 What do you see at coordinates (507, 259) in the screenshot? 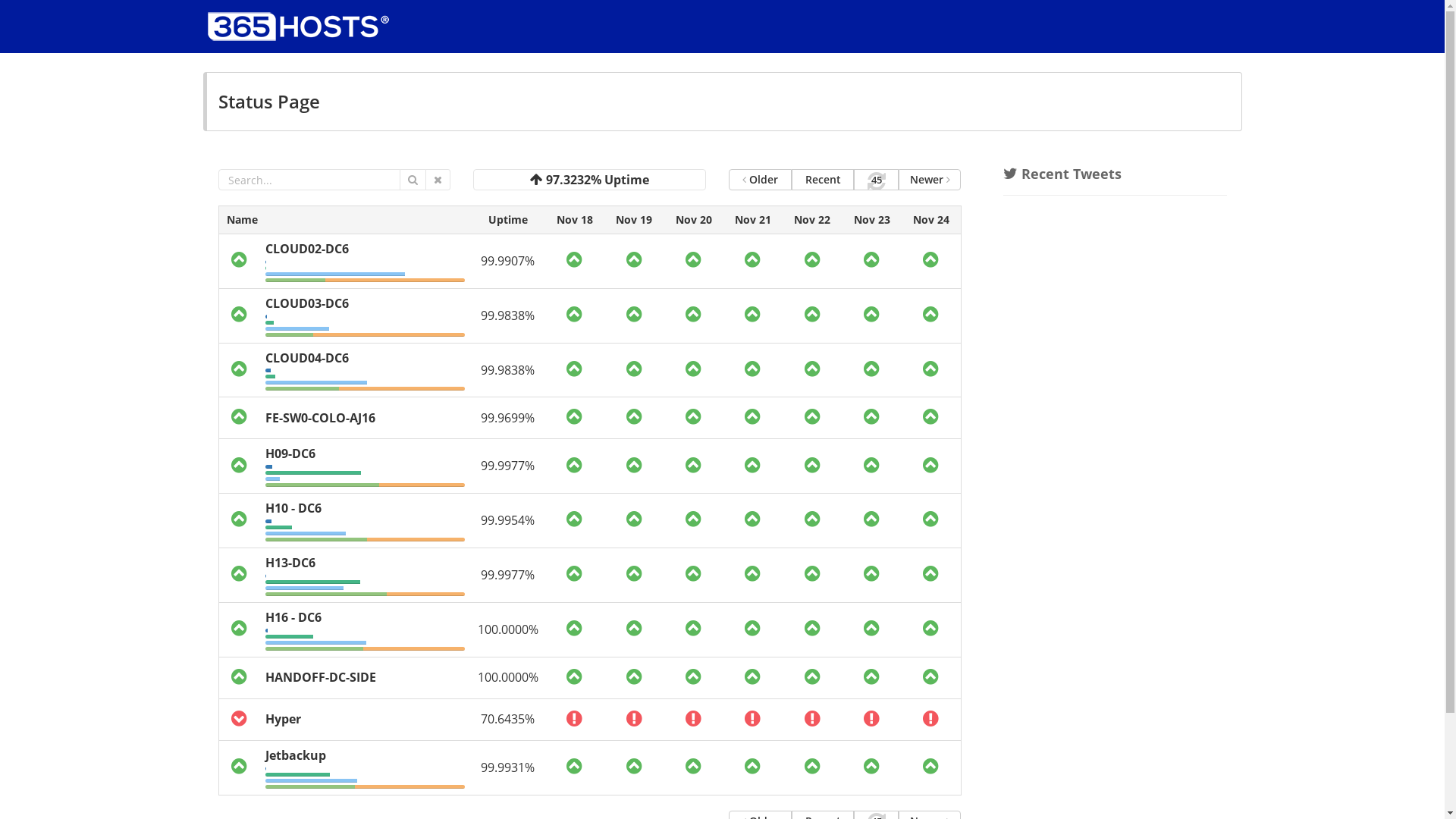
I see `'99.9907%'` at bounding box center [507, 259].